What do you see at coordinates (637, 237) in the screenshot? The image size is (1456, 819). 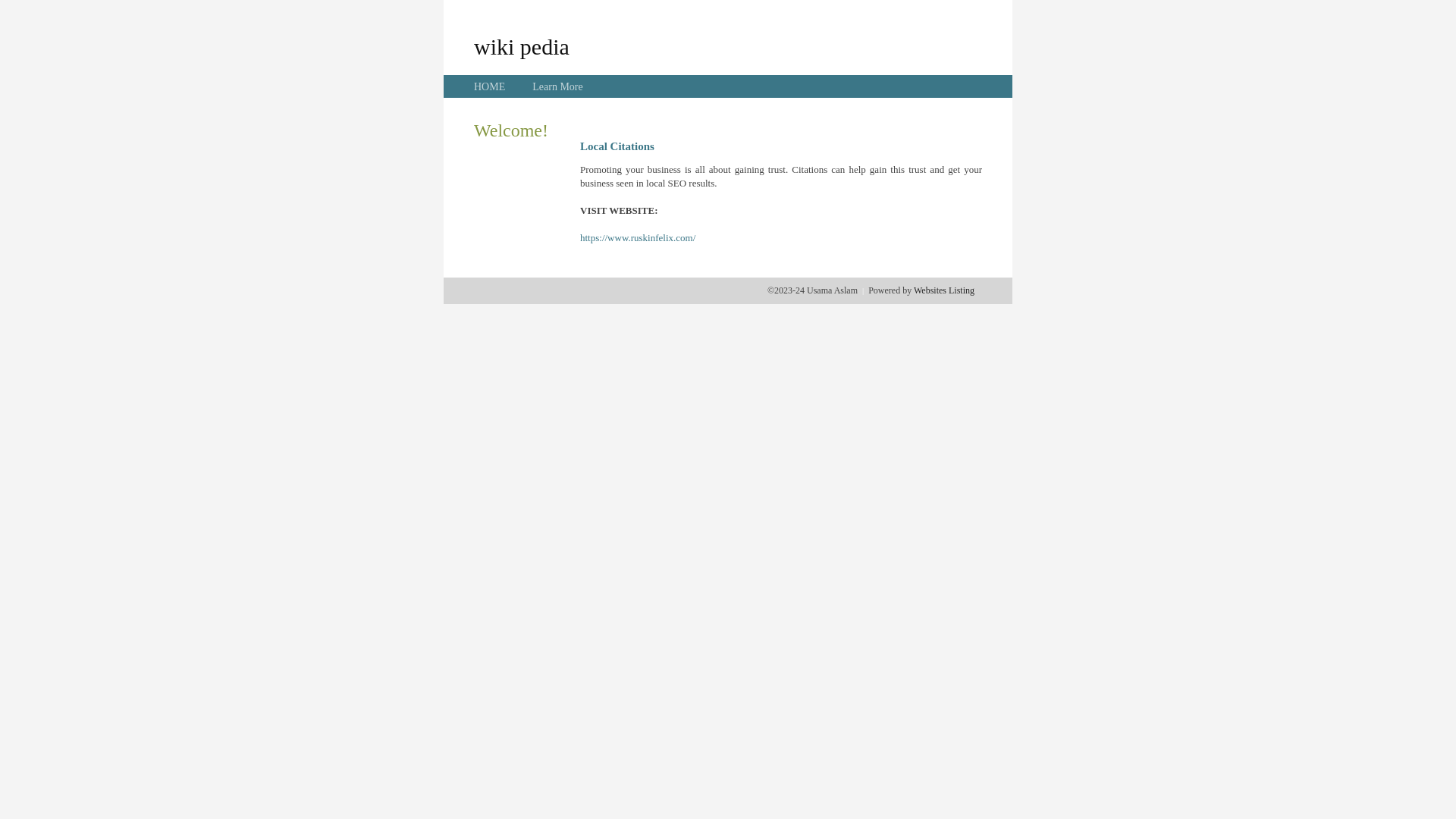 I see `'https://www.ruskinfelix.com/'` at bounding box center [637, 237].